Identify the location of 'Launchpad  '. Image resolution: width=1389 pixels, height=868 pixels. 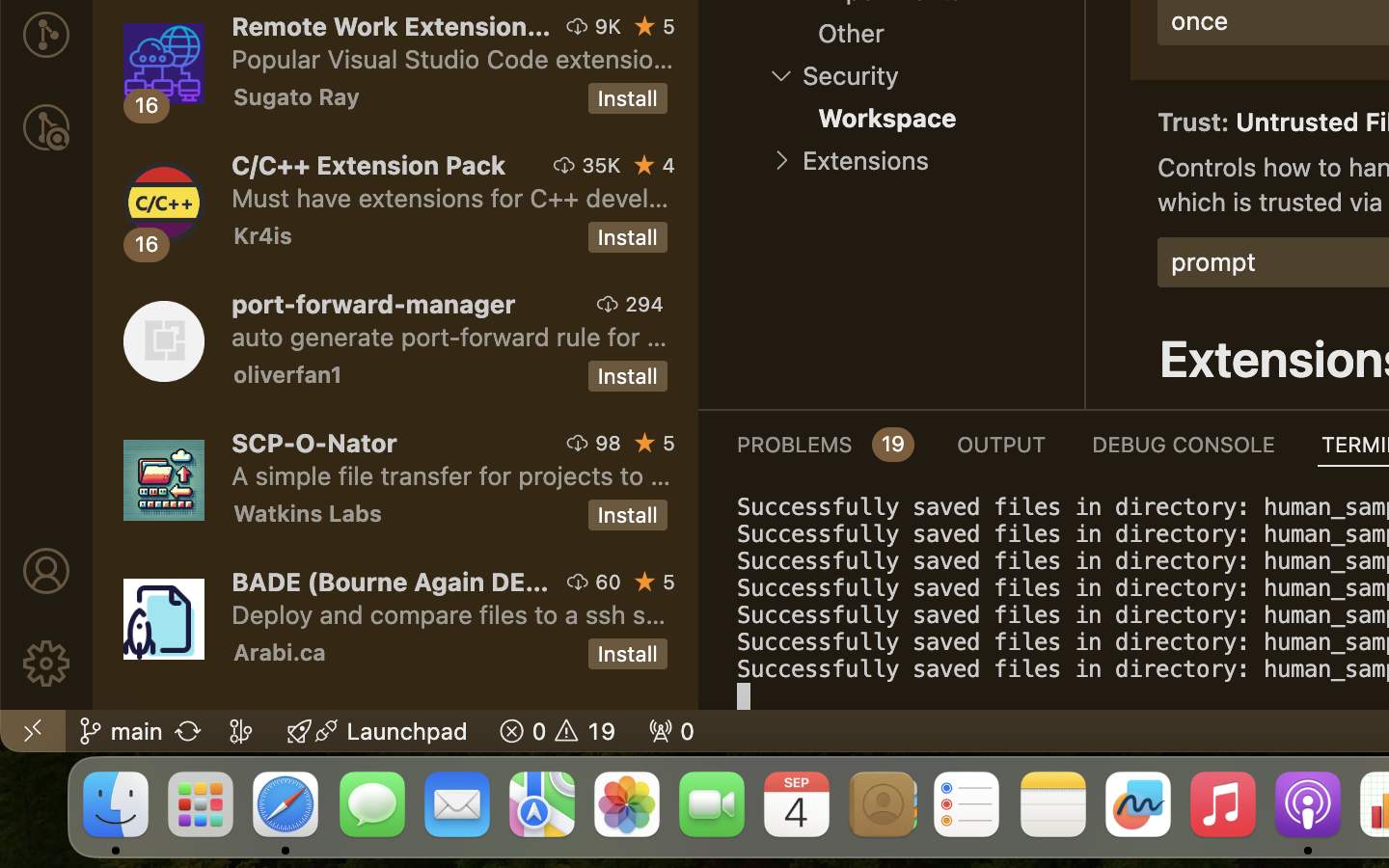
(375, 729).